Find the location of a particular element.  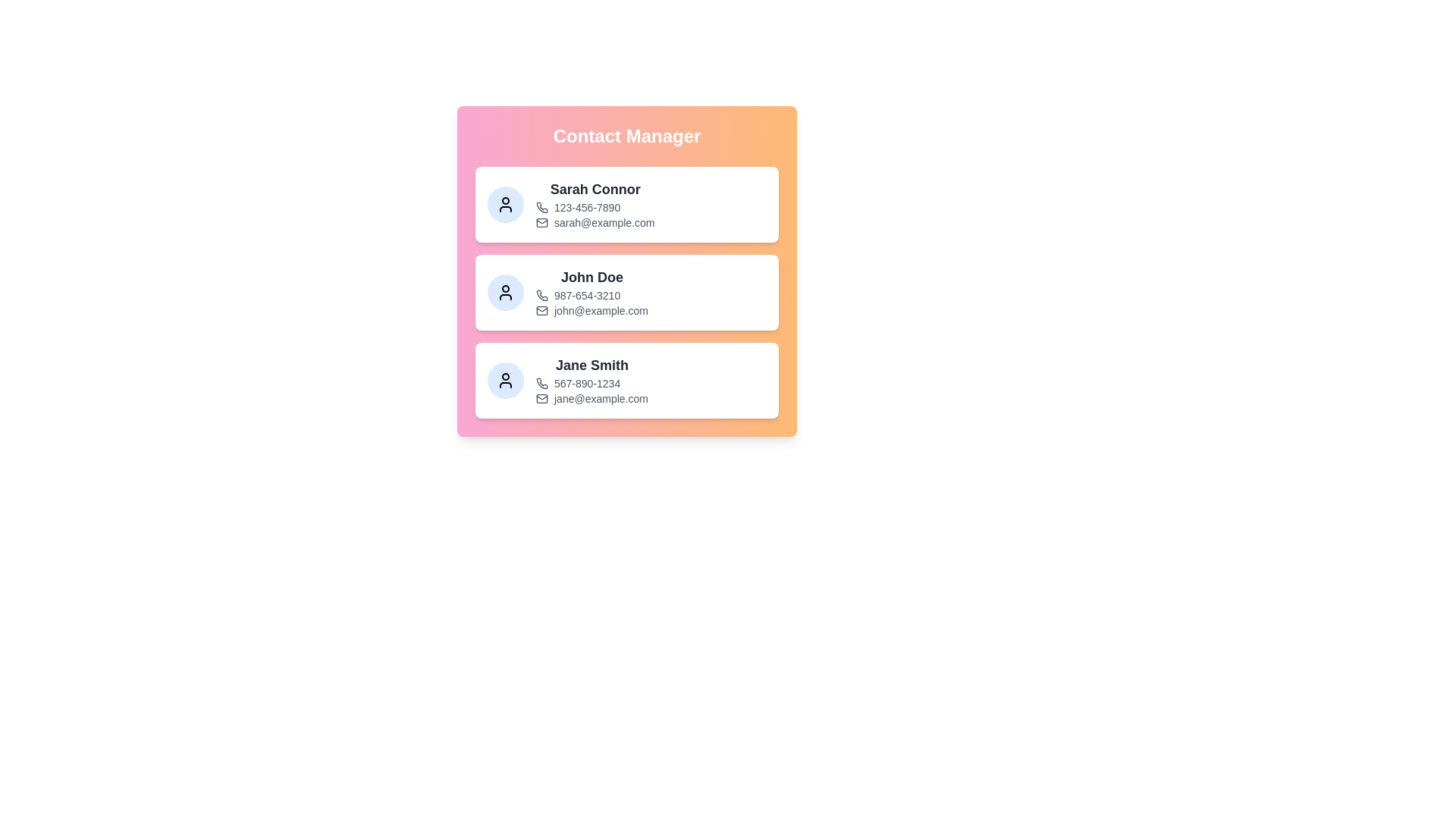

the avatar of the contact specified by John Doe is located at coordinates (506, 292).